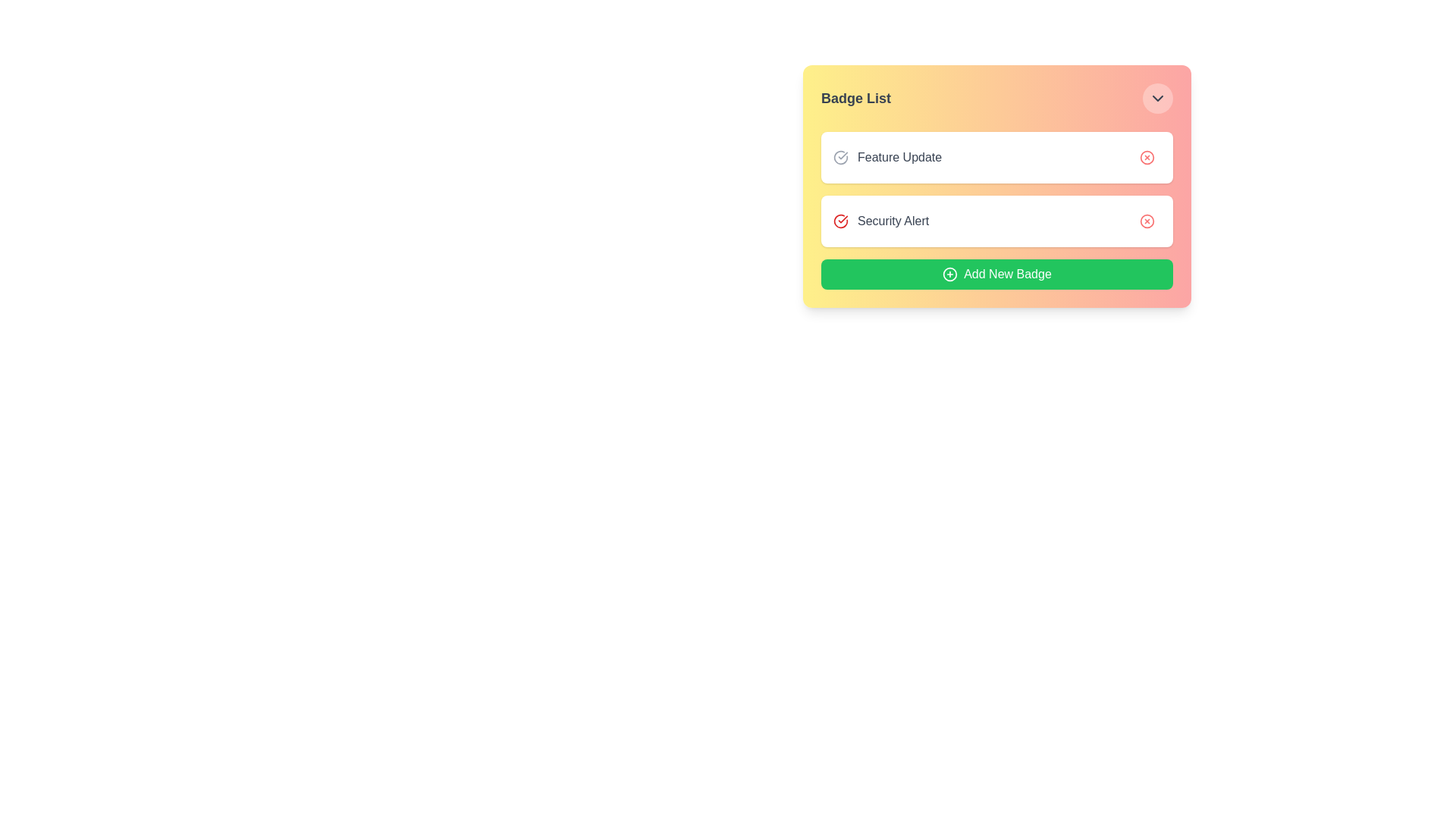 The height and width of the screenshot is (819, 1456). I want to click on the status icon that indicates a feature update, positioned to the left of the text 'Feature Update', so click(839, 158).